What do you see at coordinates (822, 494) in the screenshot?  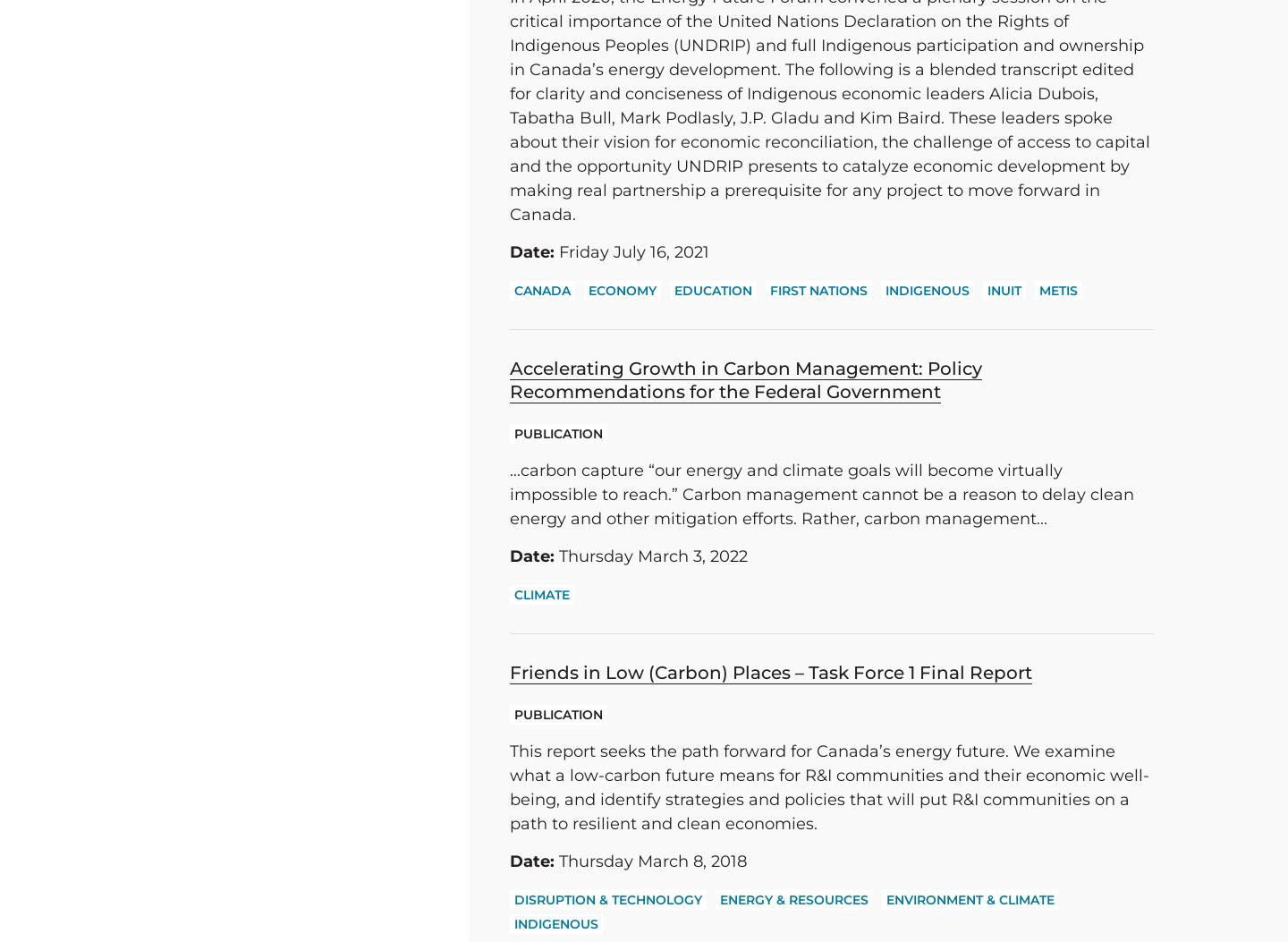 I see `'...carbon capture “our energy and climate goals will become virtually impossible to reach.” Carbon management cannot be a reason to delay clean energy and other mitigation efforts. Rather, carbon management...'` at bounding box center [822, 494].